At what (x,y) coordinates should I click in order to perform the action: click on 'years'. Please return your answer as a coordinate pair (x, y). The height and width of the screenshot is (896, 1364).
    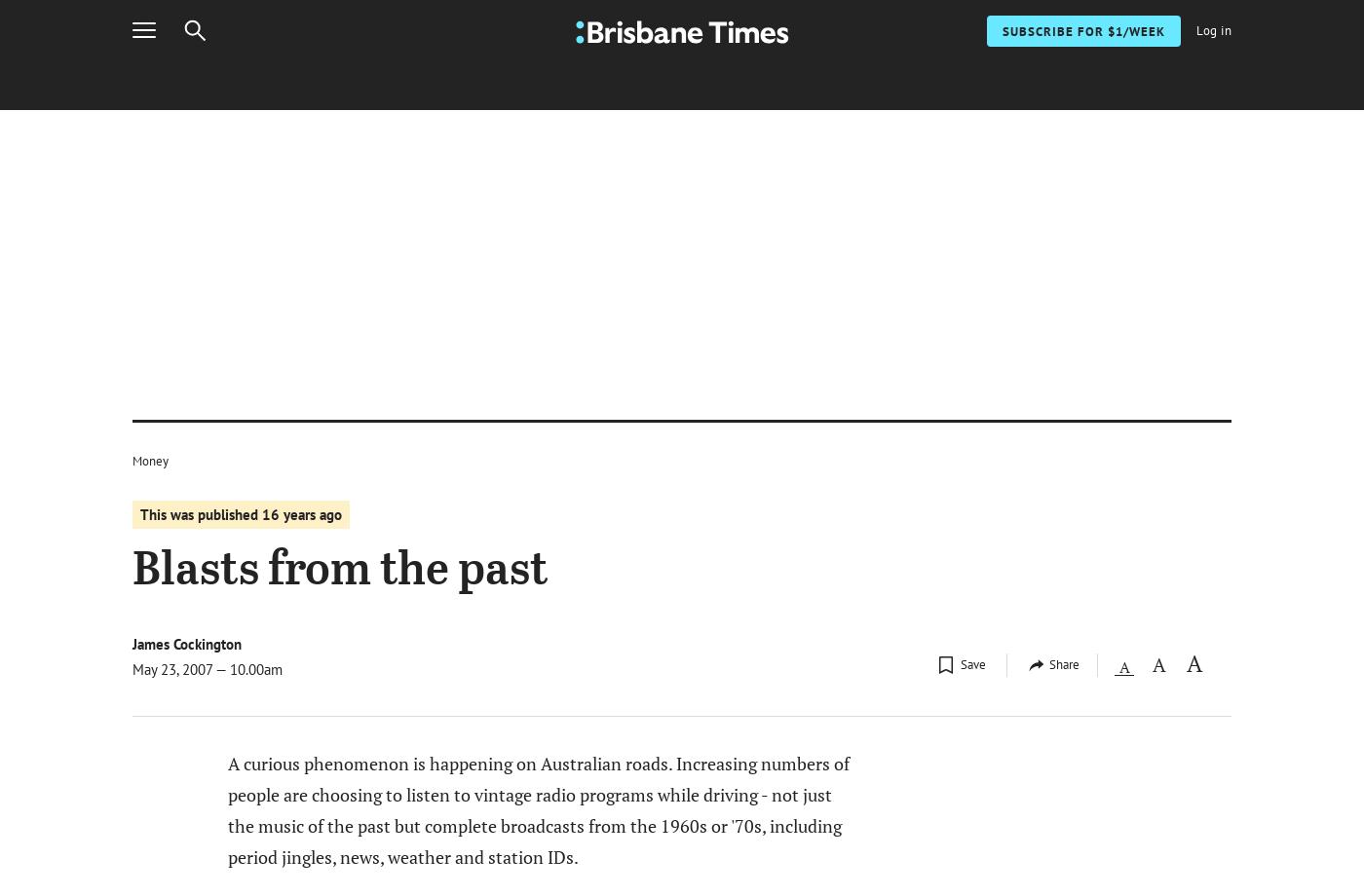
    Looking at the image, I should click on (299, 514).